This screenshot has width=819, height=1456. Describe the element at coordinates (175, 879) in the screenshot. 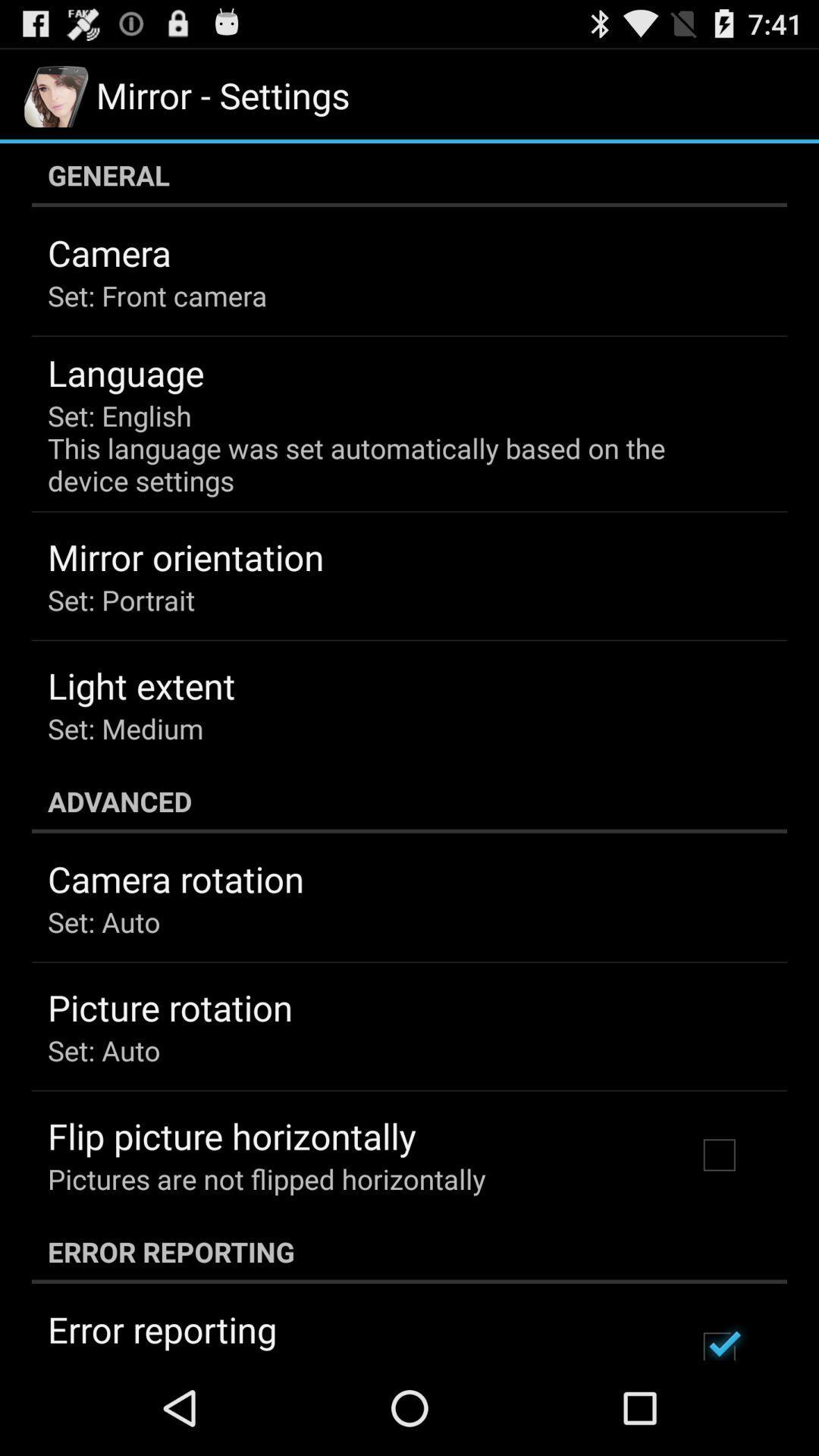

I see `icon above the set: auto icon` at that location.